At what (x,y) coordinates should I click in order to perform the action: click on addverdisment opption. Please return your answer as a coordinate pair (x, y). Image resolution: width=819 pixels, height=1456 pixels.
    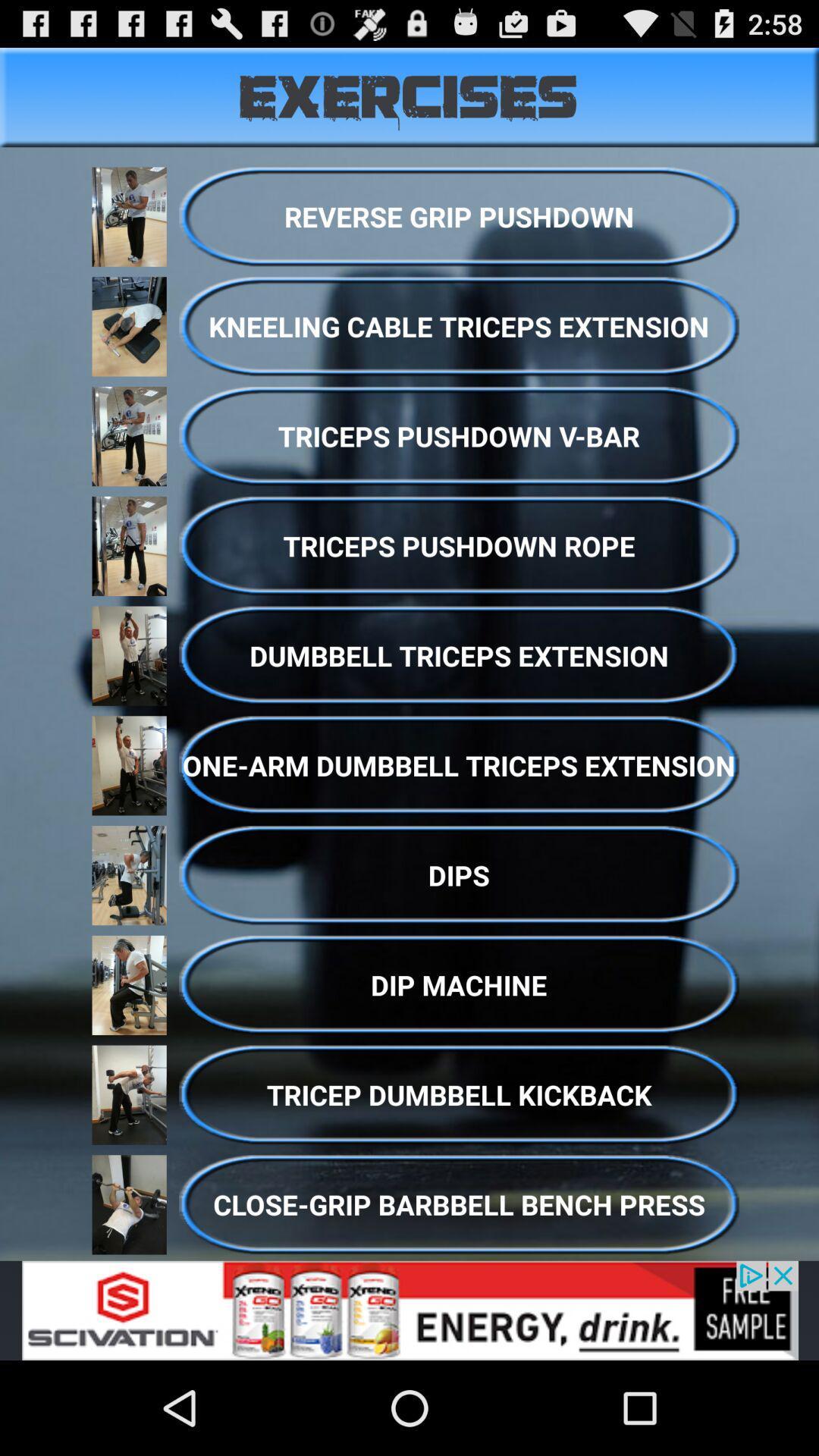
    Looking at the image, I should click on (409, 1310).